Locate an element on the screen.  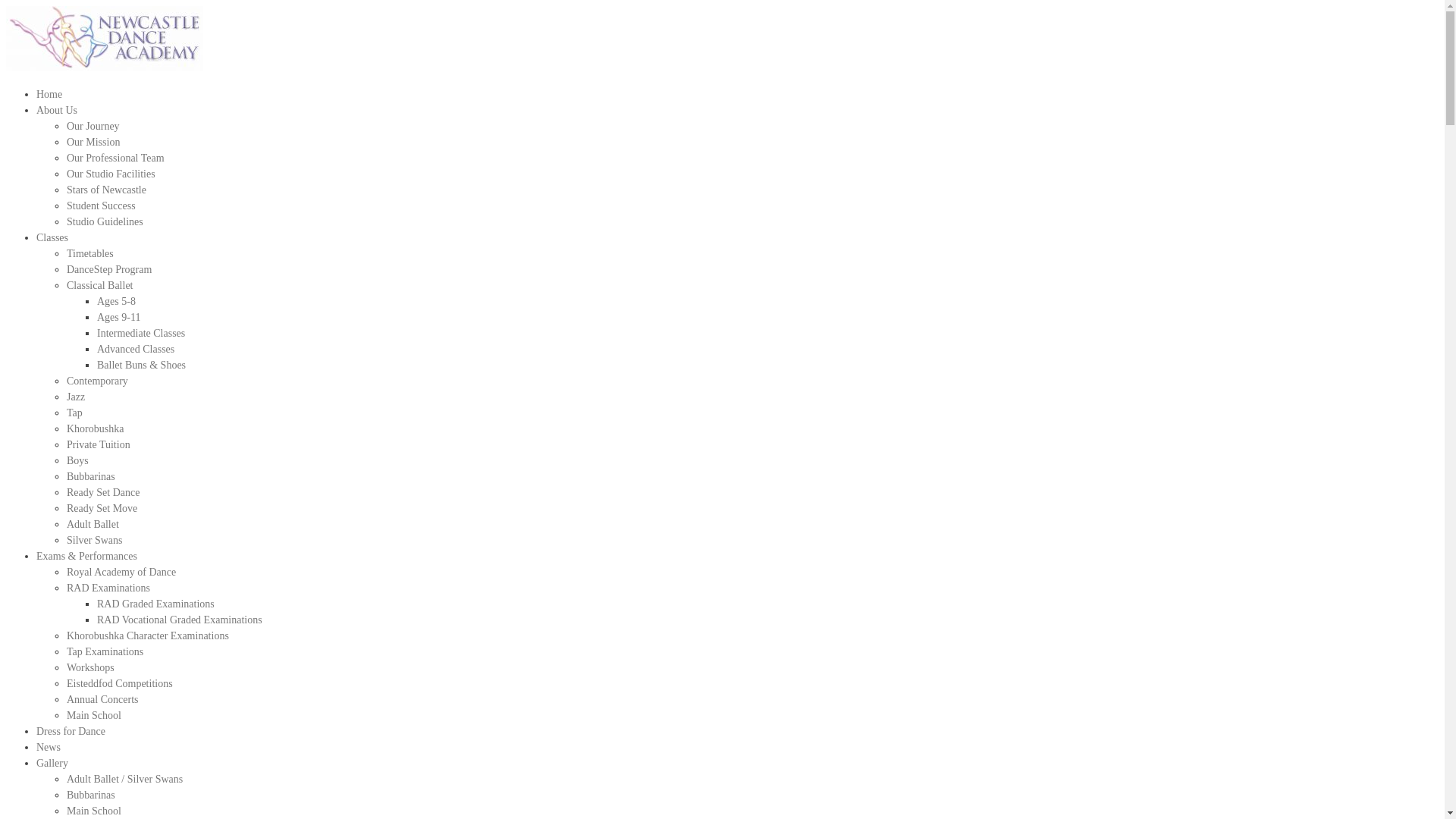
'Exams & Performances' is located at coordinates (86, 556).